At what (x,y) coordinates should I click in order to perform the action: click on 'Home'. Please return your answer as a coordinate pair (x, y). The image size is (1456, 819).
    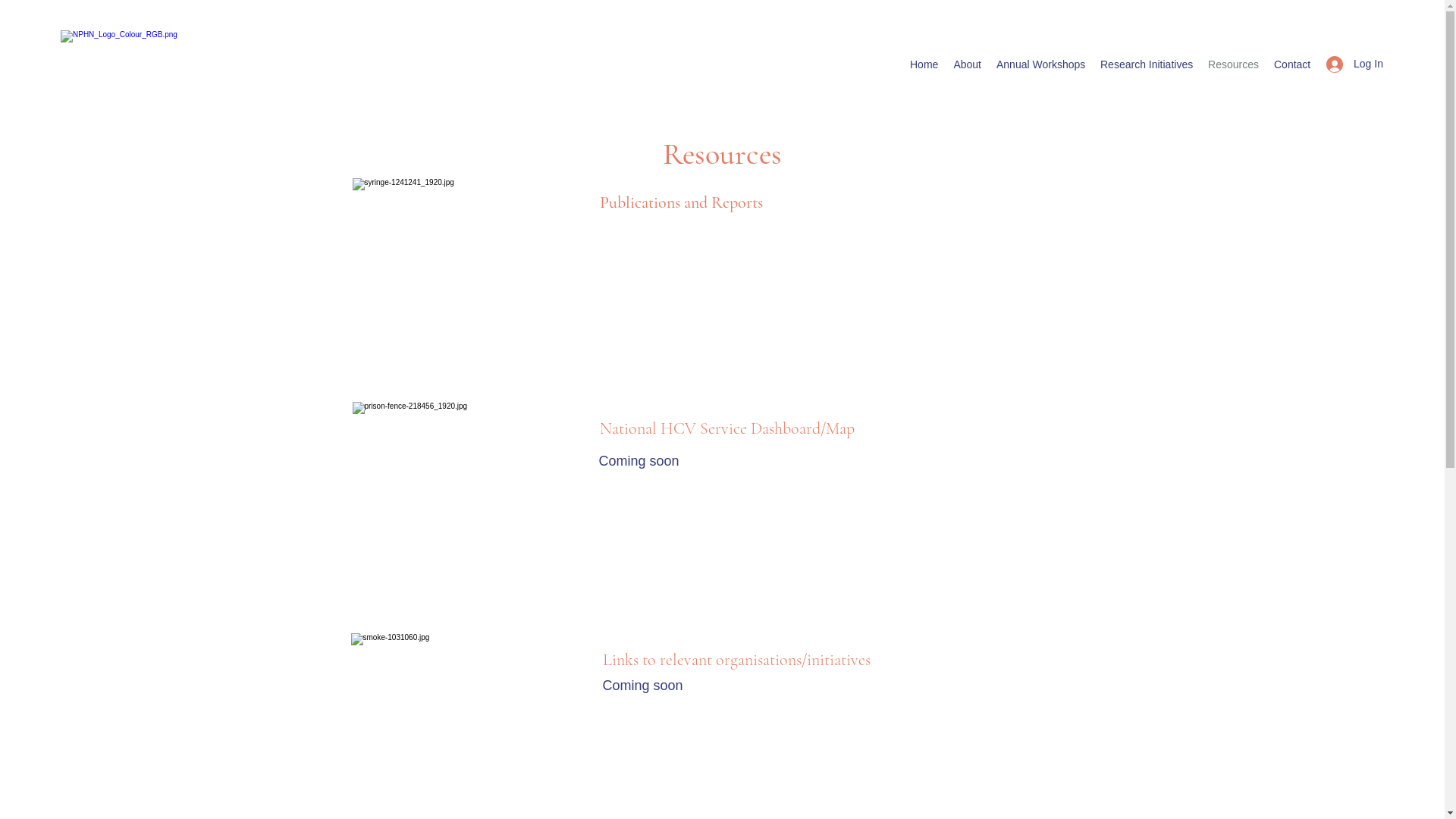
    Looking at the image, I should click on (902, 63).